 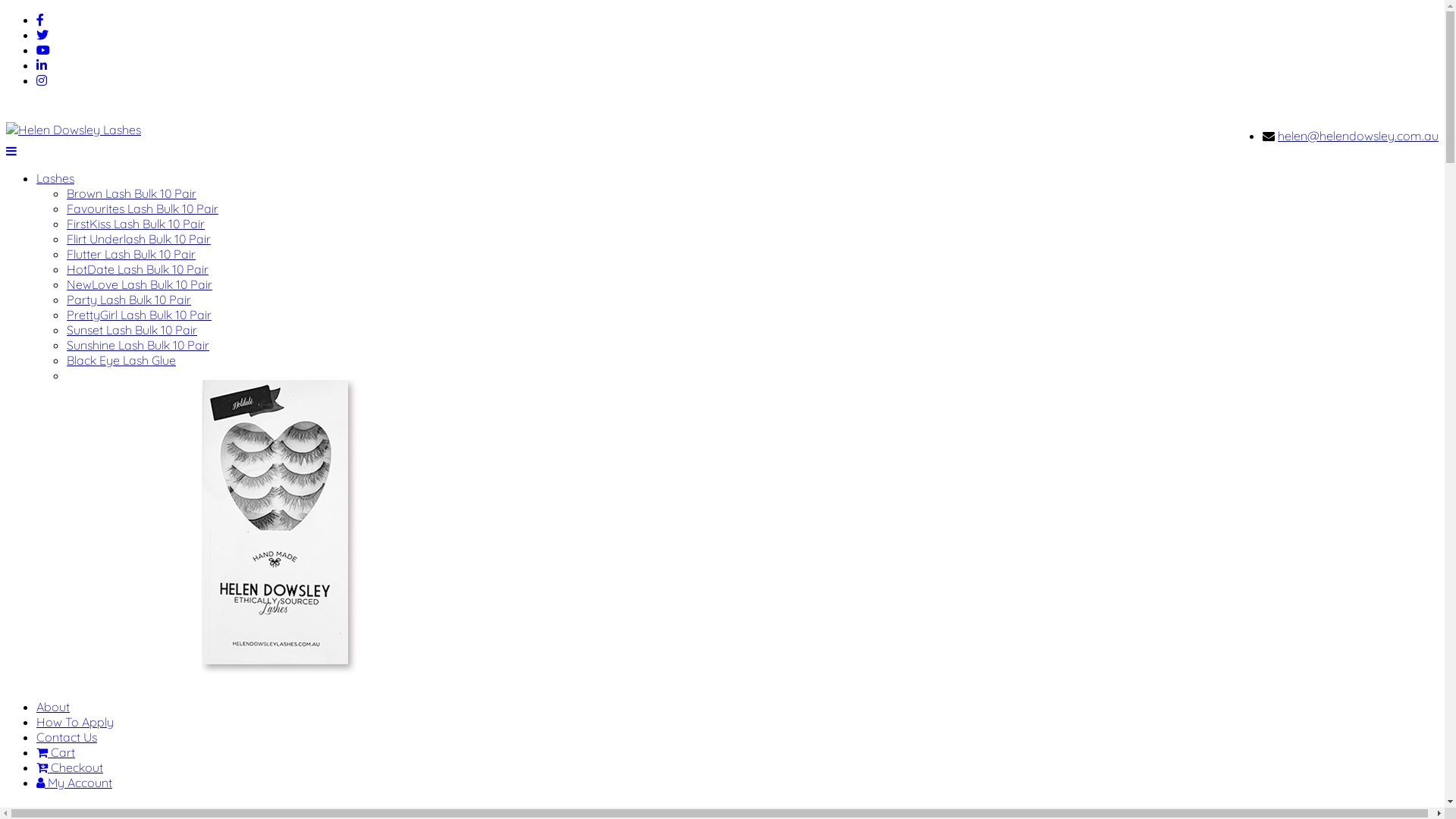 I want to click on 'PrettyGirl Lash Bulk 10 Pair', so click(x=65, y=314).